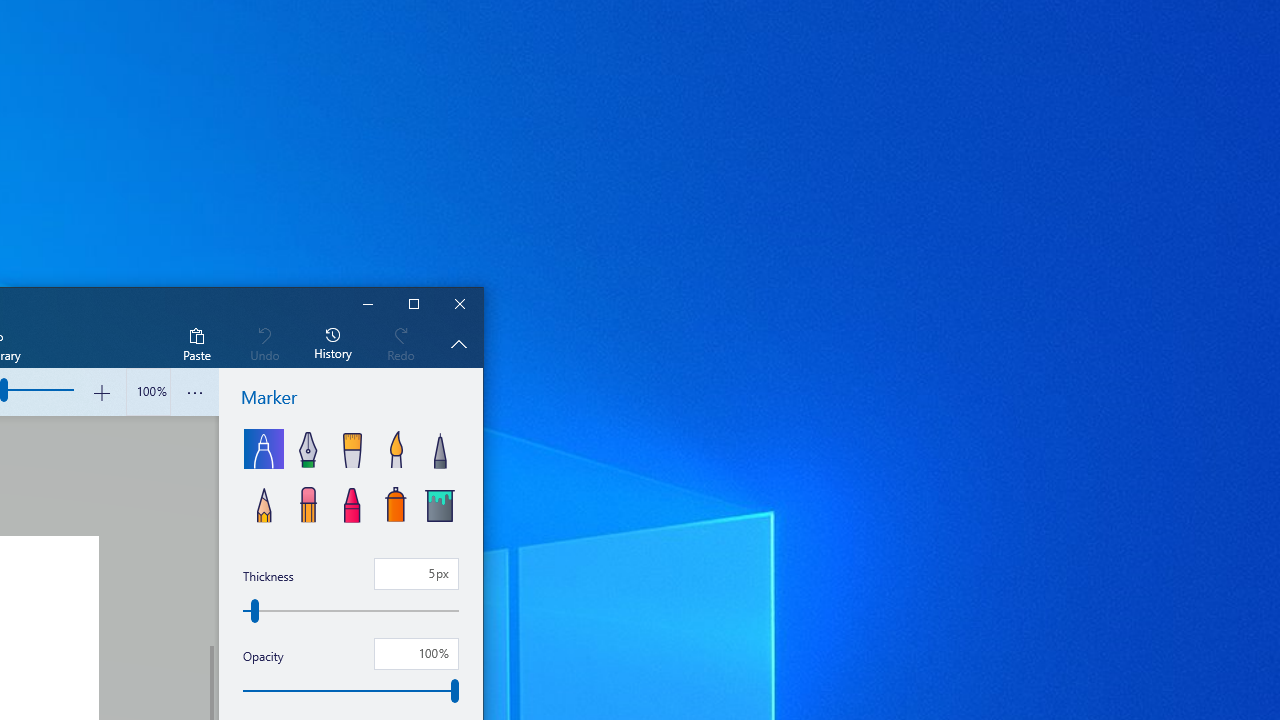 The height and width of the screenshot is (720, 1280). I want to click on 'Calligraphy pen', so click(306, 447).